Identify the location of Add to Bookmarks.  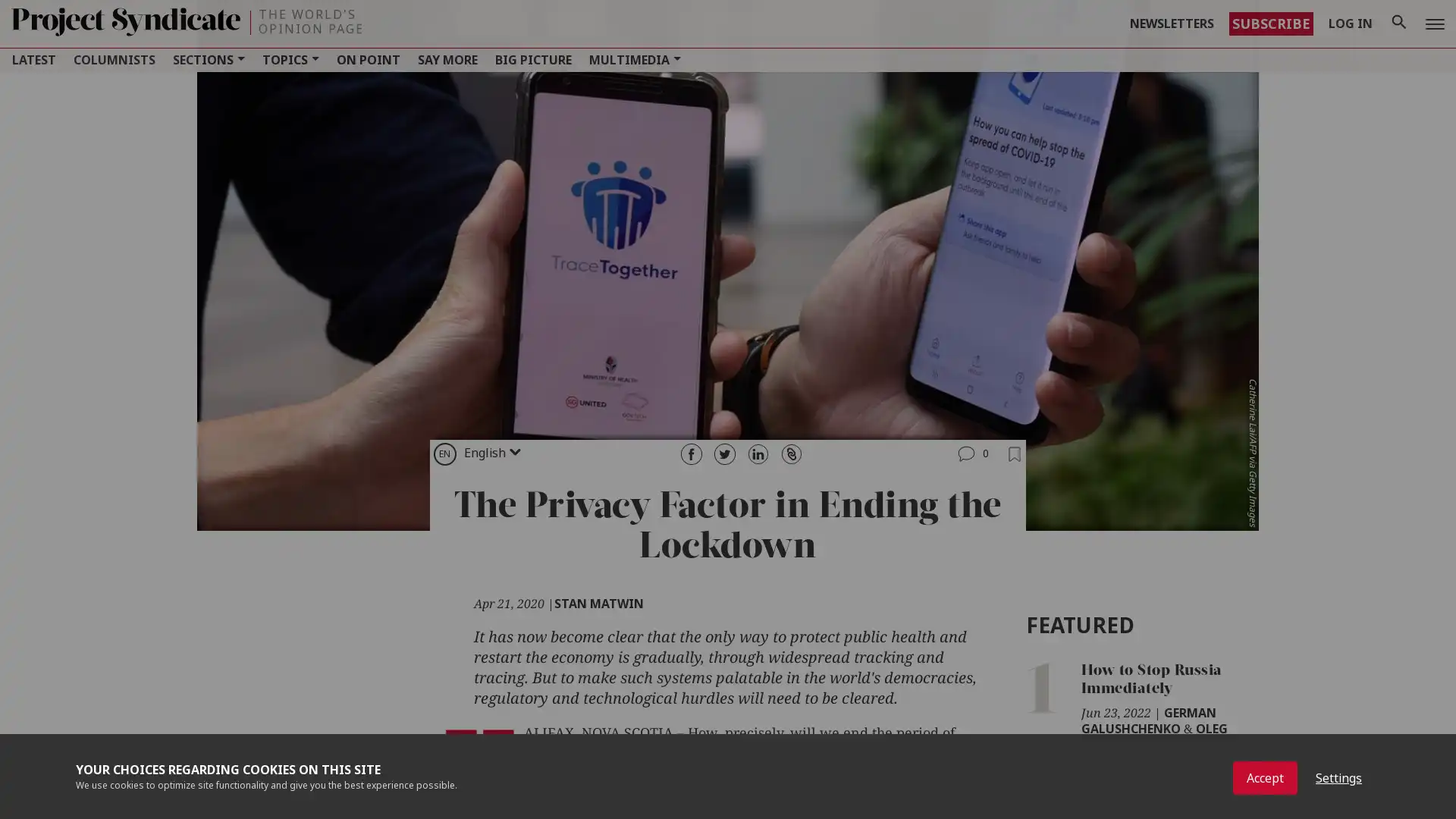
(1015, 455).